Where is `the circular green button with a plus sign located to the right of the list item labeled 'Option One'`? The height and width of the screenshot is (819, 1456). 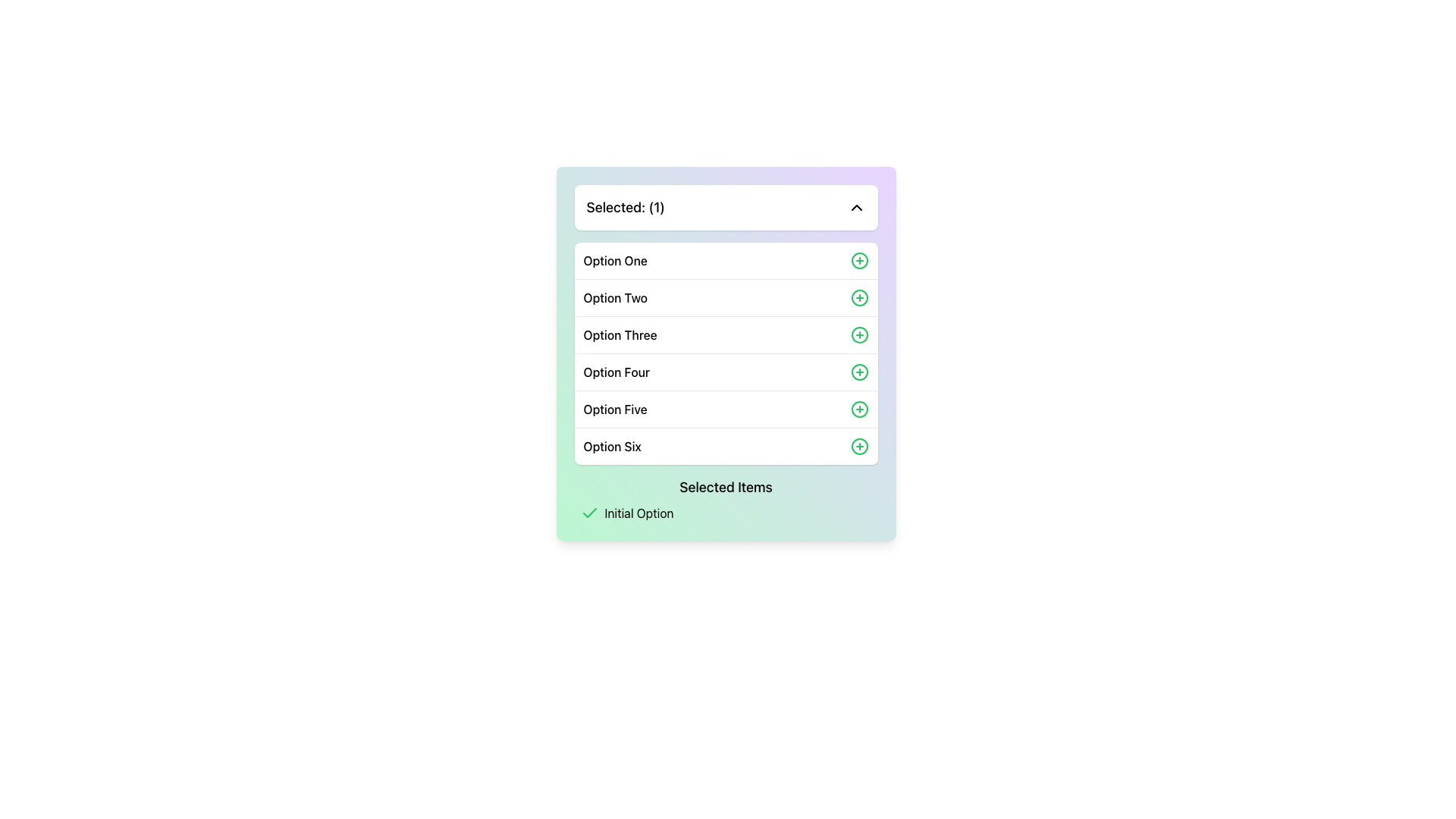 the circular green button with a plus sign located to the right of the list item labeled 'Option One' is located at coordinates (859, 259).